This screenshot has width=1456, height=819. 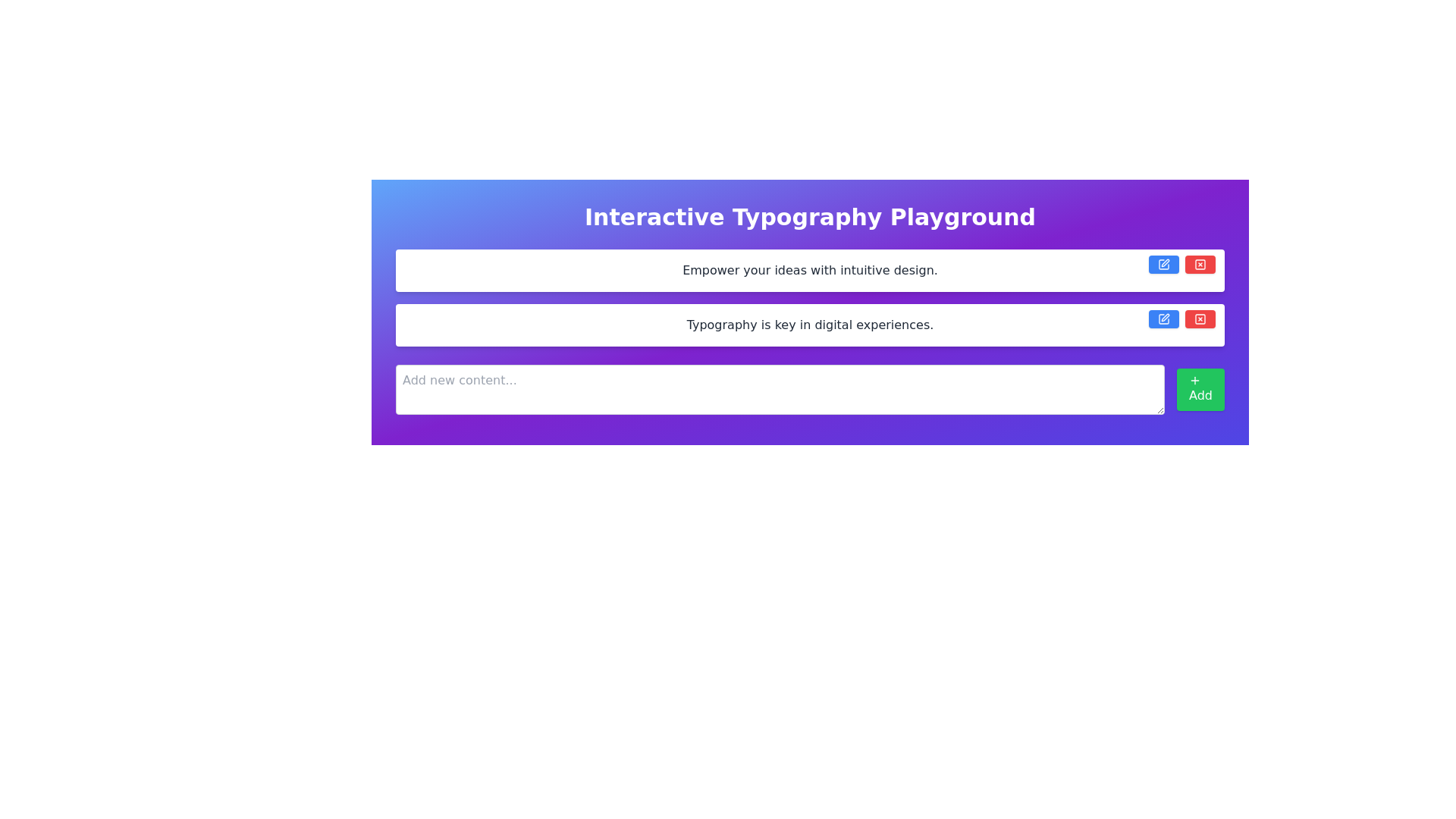 I want to click on the delete button located on the top-right corner of the second text input box, so click(x=1200, y=318).